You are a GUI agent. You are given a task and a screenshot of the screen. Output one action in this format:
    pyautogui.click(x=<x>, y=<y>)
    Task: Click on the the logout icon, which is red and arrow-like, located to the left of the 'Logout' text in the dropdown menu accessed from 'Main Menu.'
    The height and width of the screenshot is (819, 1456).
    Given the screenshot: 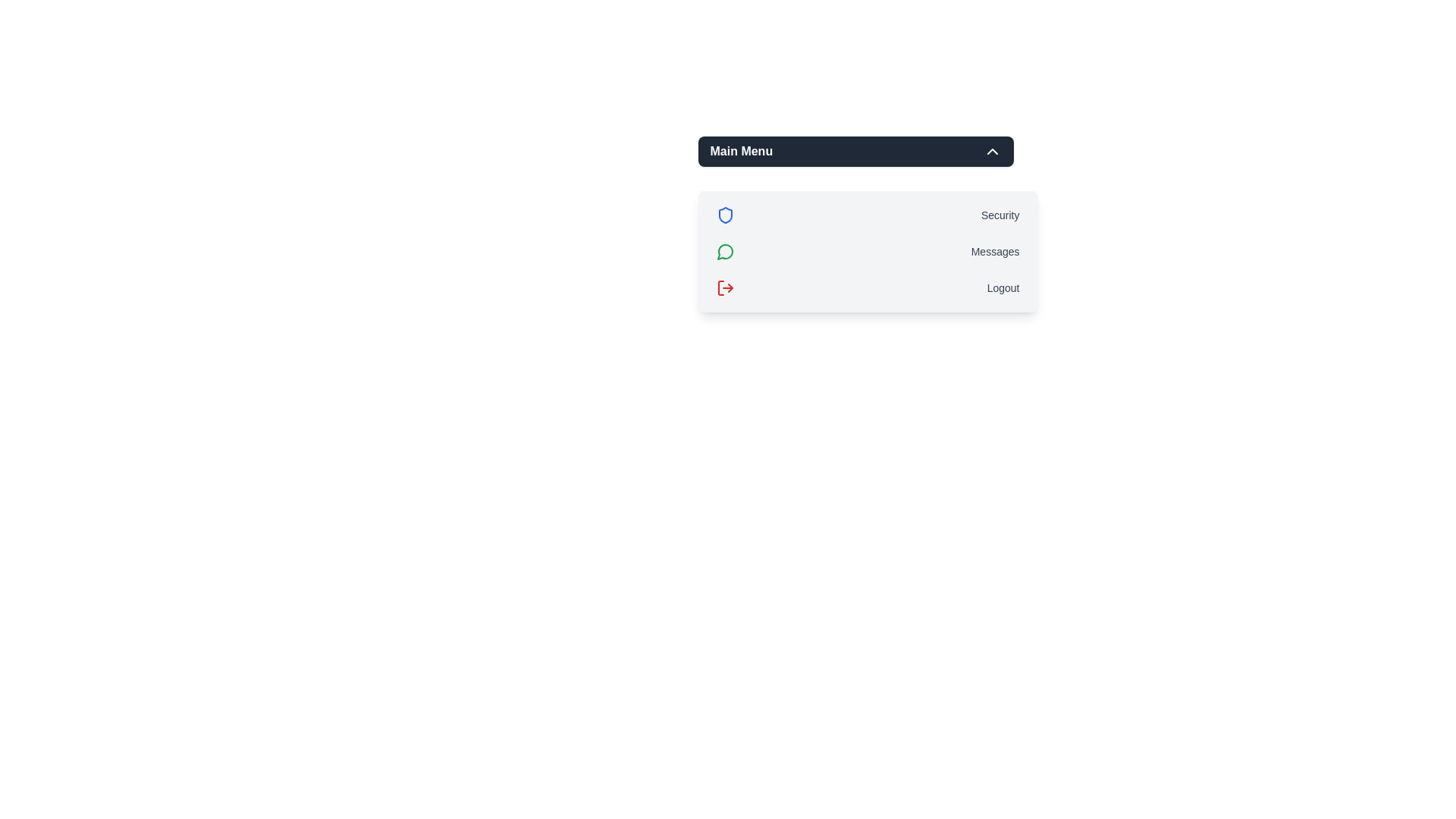 What is the action you would take?
    pyautogui.click(x=724, y=288)
    